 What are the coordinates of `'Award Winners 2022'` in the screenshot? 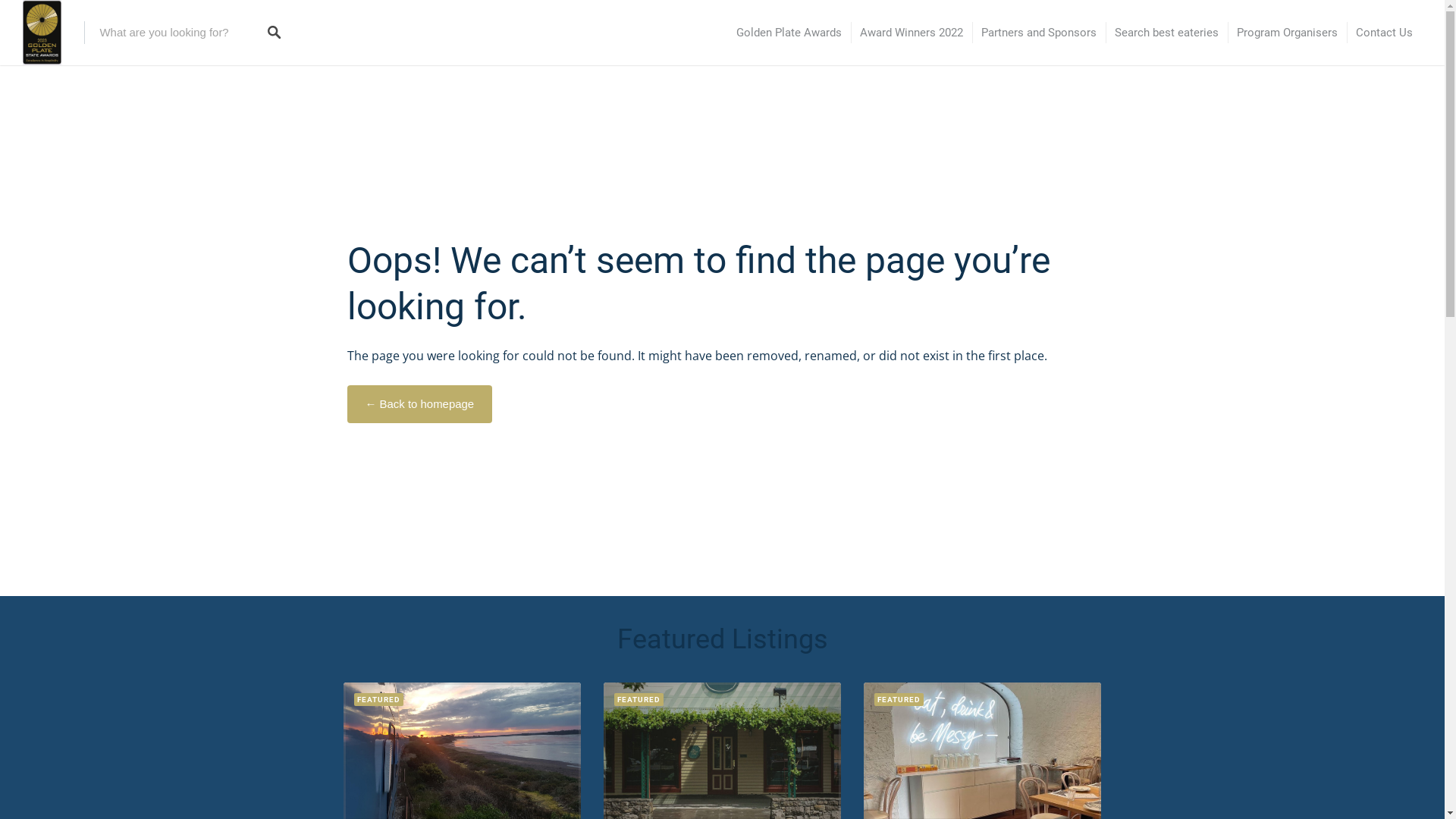 It's located at (851, 33).